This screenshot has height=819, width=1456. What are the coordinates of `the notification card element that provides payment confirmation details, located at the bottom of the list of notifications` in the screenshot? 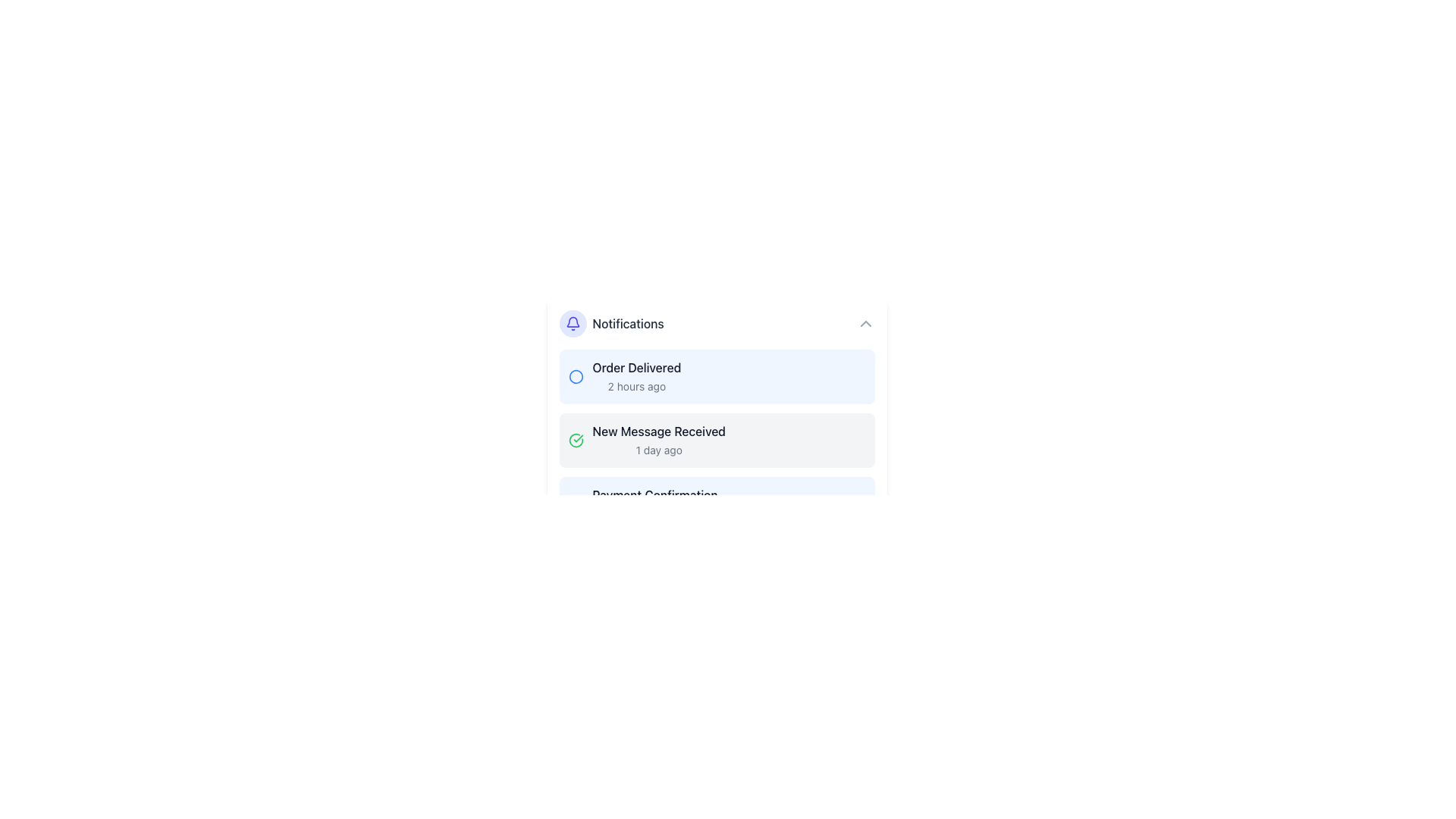 It's located at (643, 504).